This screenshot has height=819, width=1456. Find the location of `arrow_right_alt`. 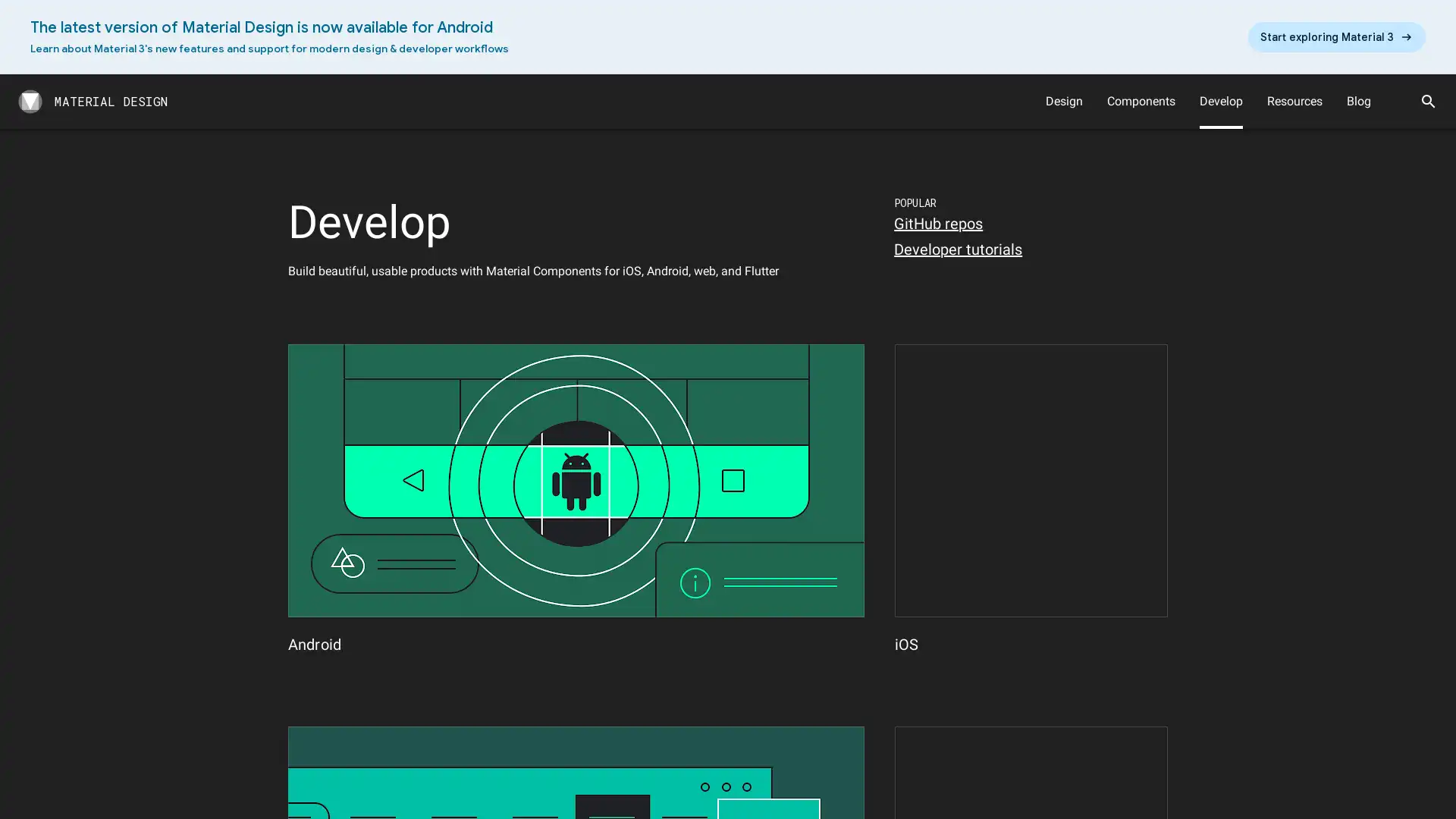

arrow_right_alt is located at coordinates (1336, 36).